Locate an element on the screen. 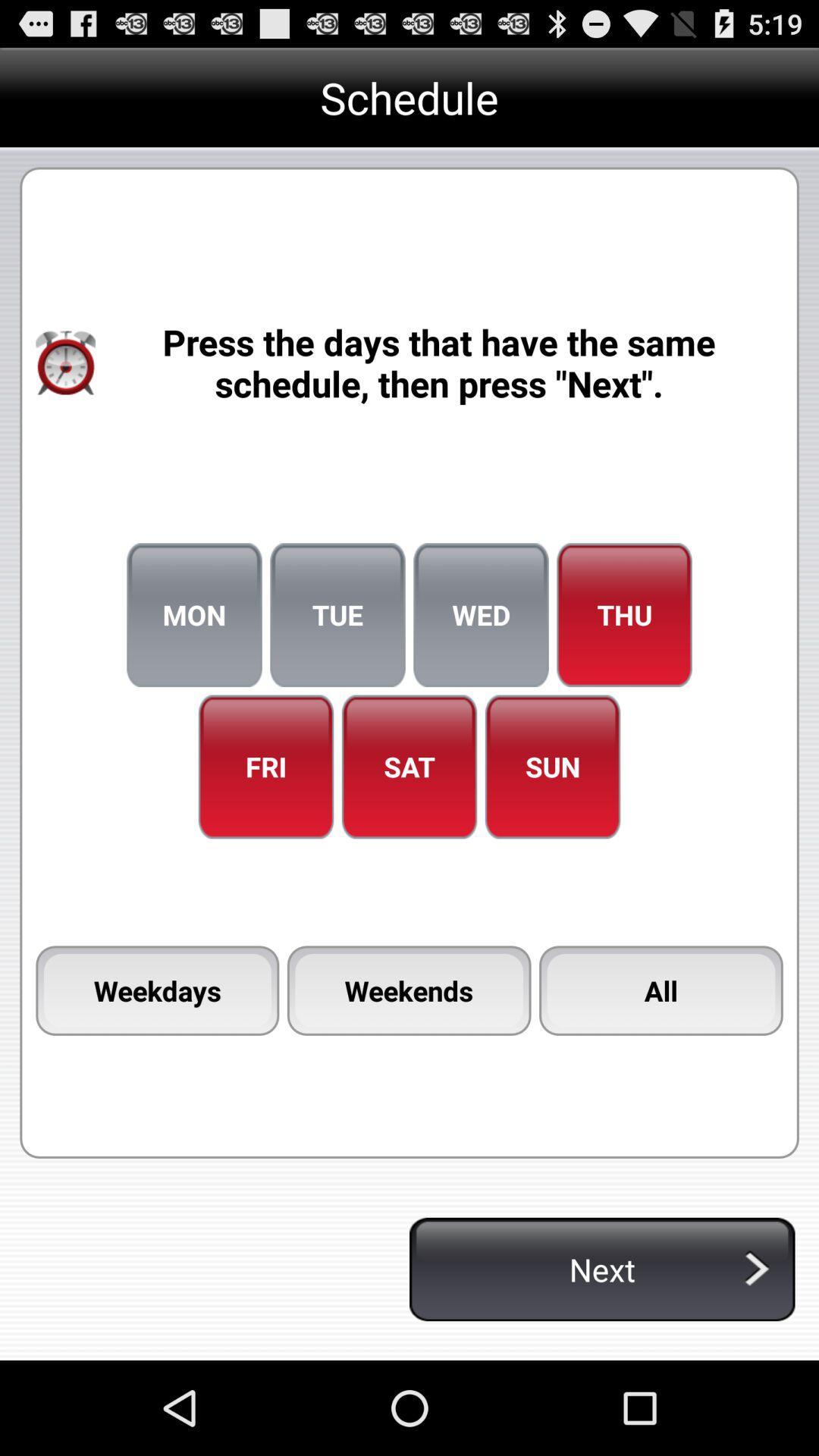 The width and height of the screenshot is (819, 1456). the item to the left of sat is located at coordinates (265, 767).